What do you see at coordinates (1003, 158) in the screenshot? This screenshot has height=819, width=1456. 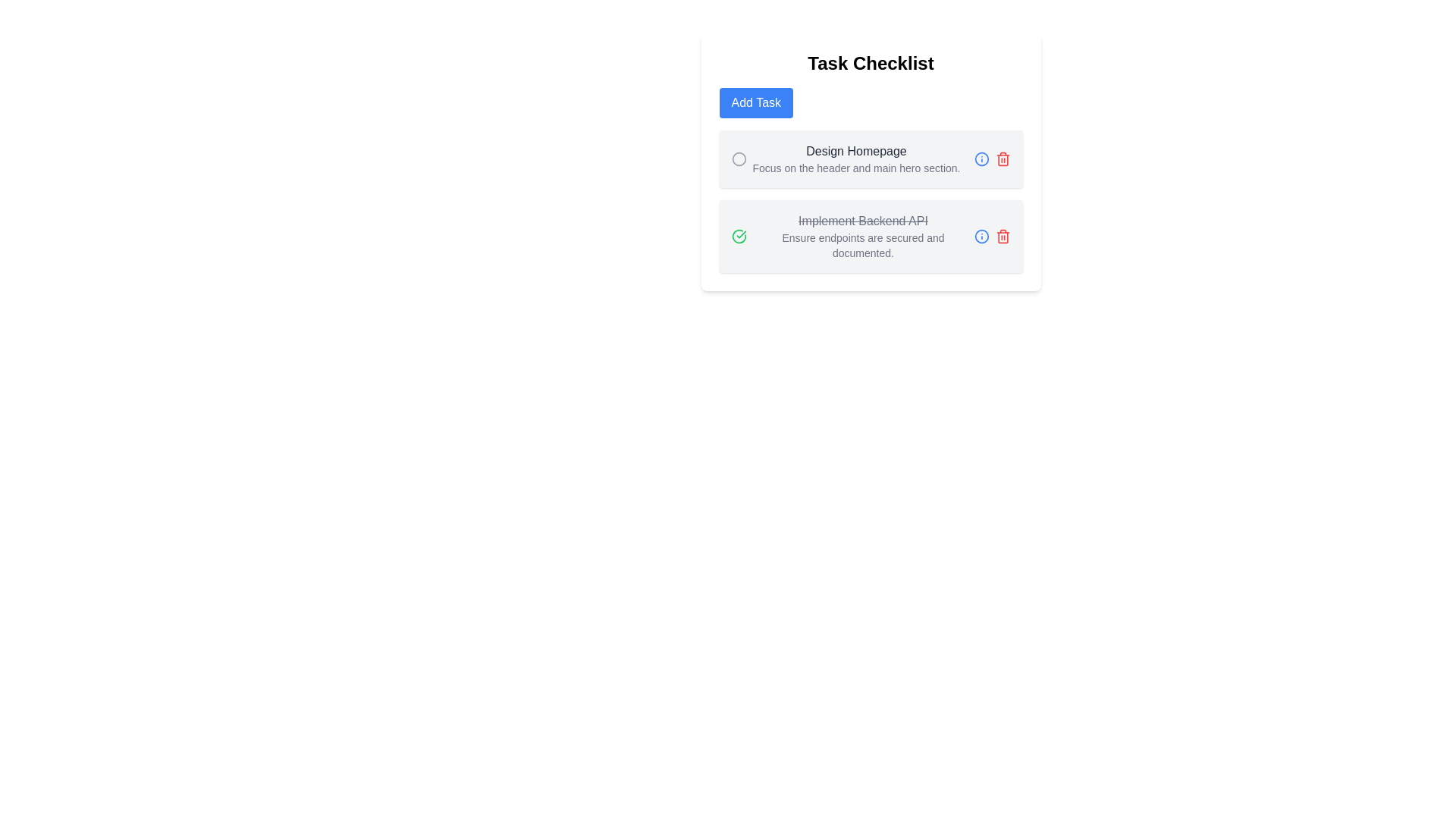 I see `the delete icon button located on the right-hand side of the 'Design Homepage' task in the Task Checklist` at bounding box center [1003, 158].